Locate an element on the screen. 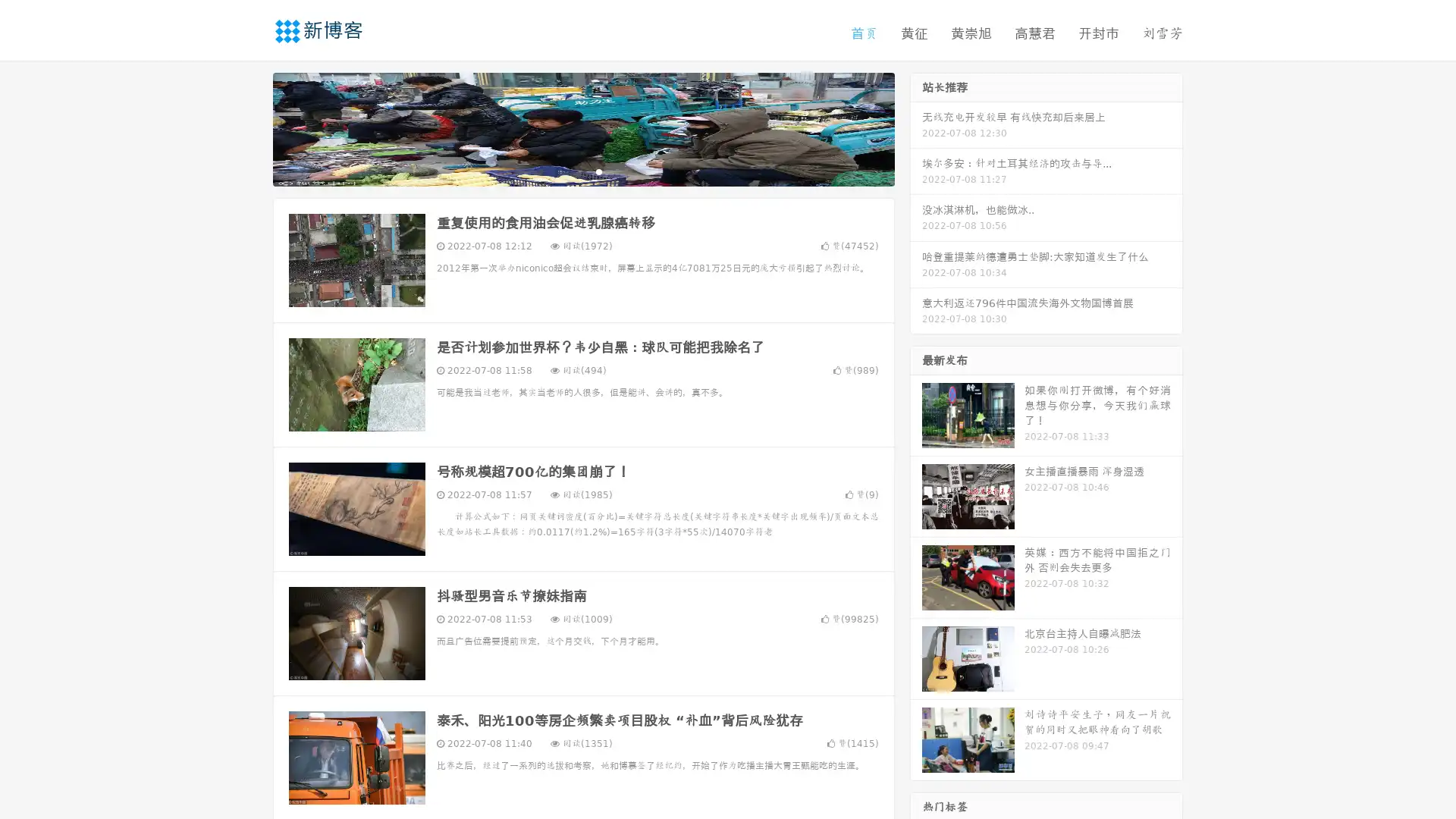 The image size is (1456, 819). Go to slide 1 is located at coordinates (567, 171).